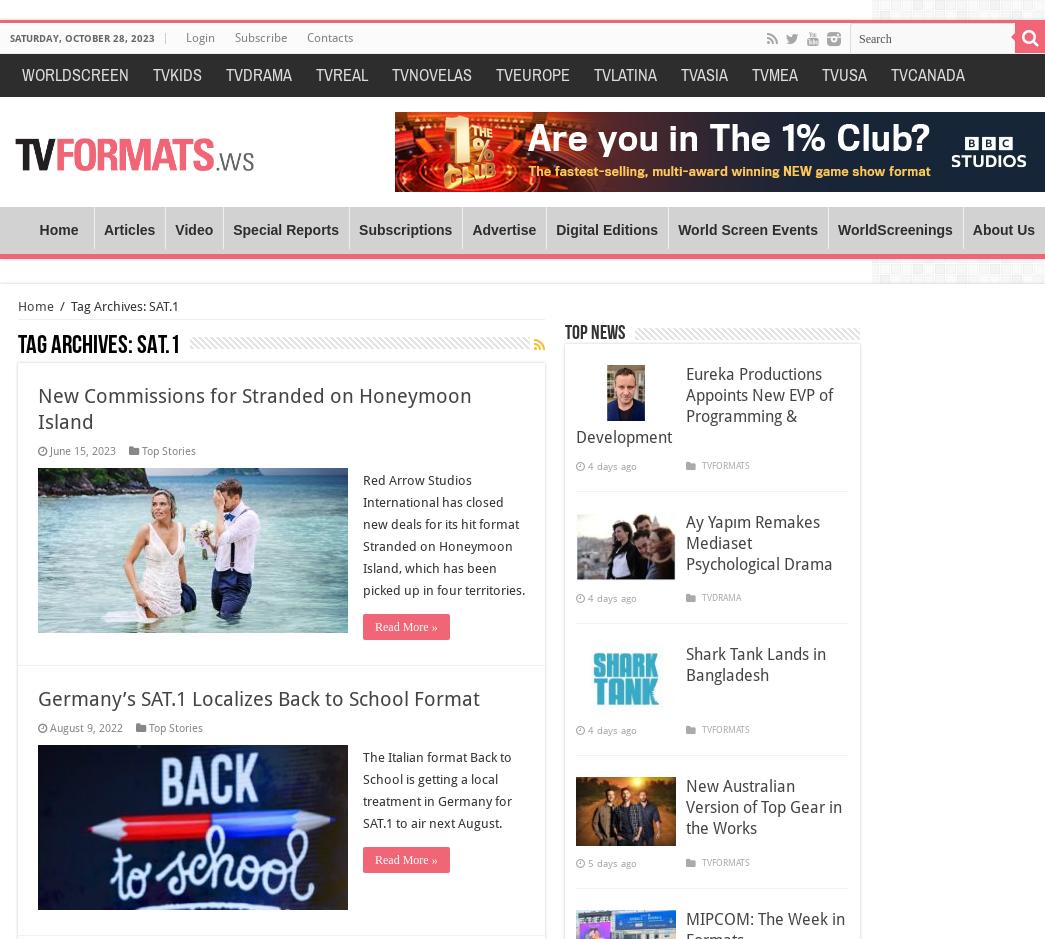 The image size is (1045, 939). I want to click on 'Shark Tank Lands in Bangladesh', so click(754, 664).